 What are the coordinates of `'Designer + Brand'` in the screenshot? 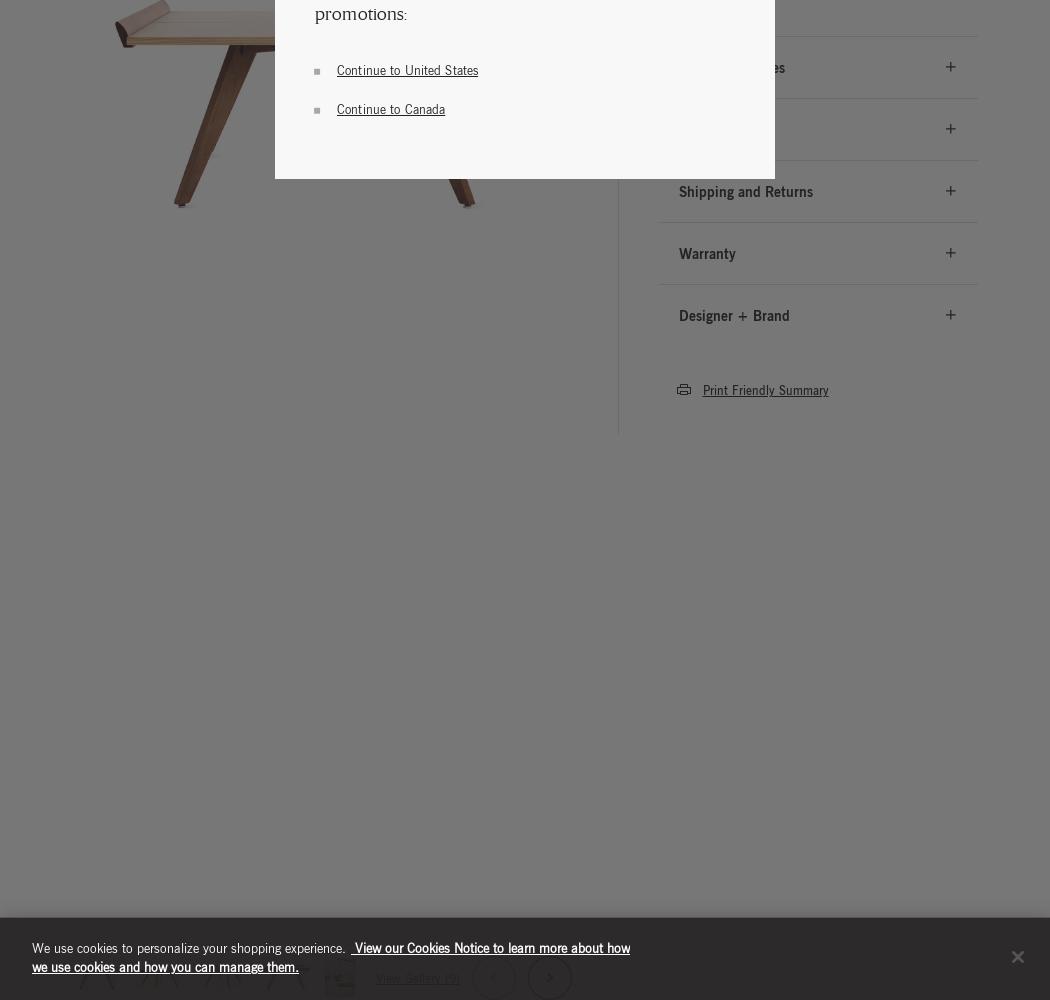 It's located at (732, 314).